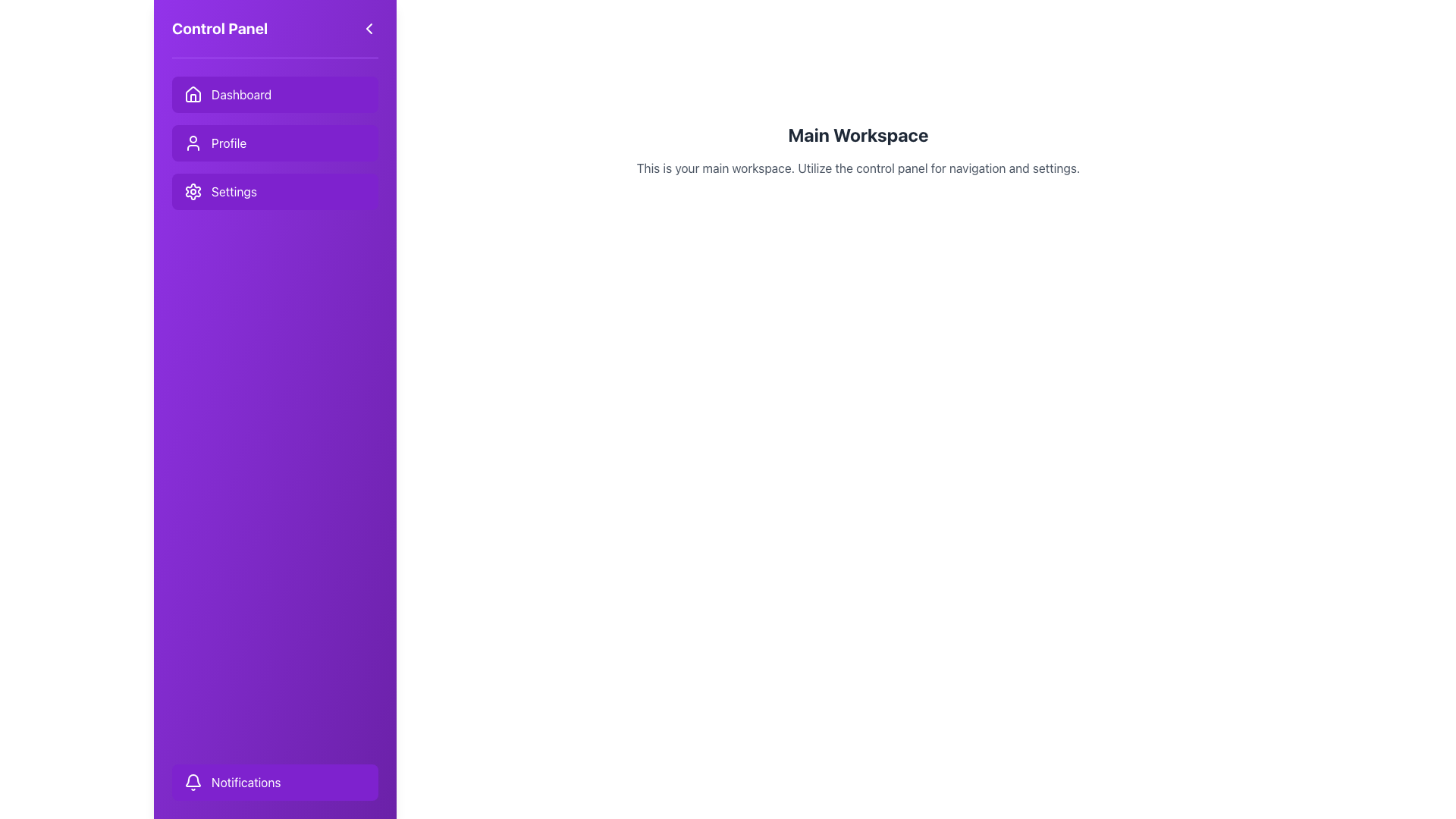 The image size is (1456, 819). I want to click on the purple 'Profile' button with rounded corners in the navigation menu, so click(275, 143).